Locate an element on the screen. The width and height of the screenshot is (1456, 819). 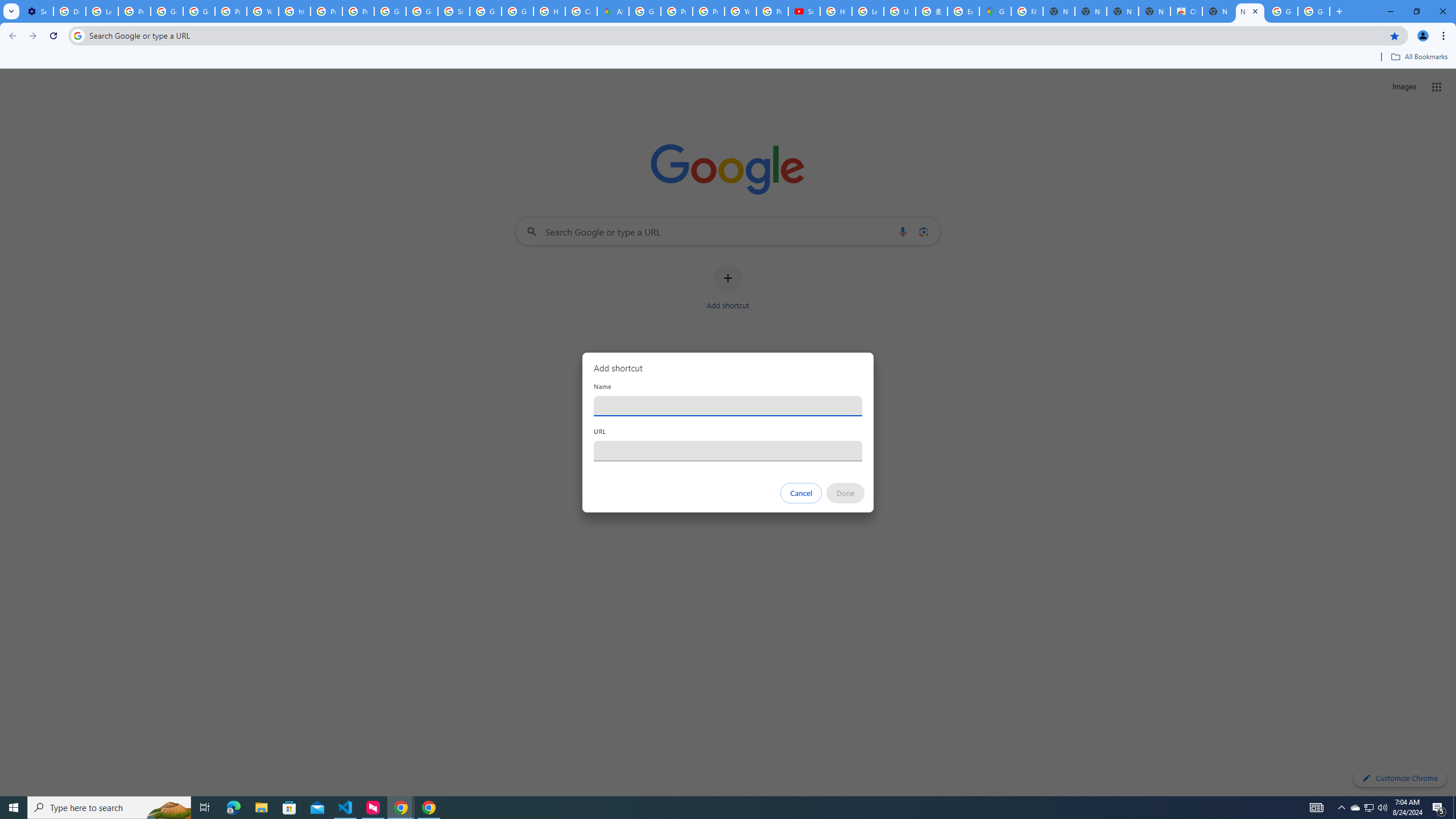
'Privacy Help Center - Policies Help' is located at coordinates (708, 11).